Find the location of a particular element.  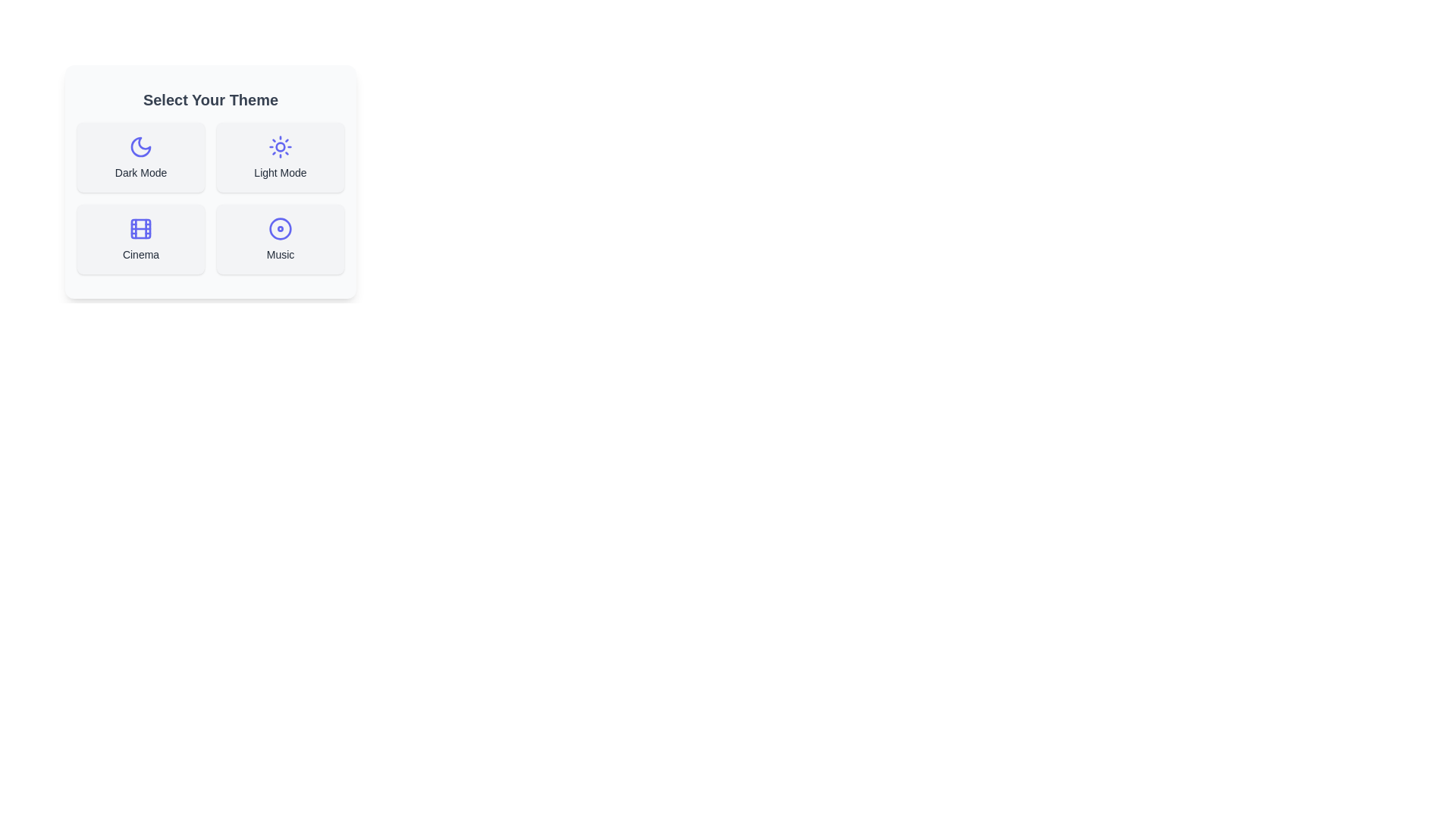

the crescent moon icon for 'Dark Mode' is located at coordinates (141, 146).